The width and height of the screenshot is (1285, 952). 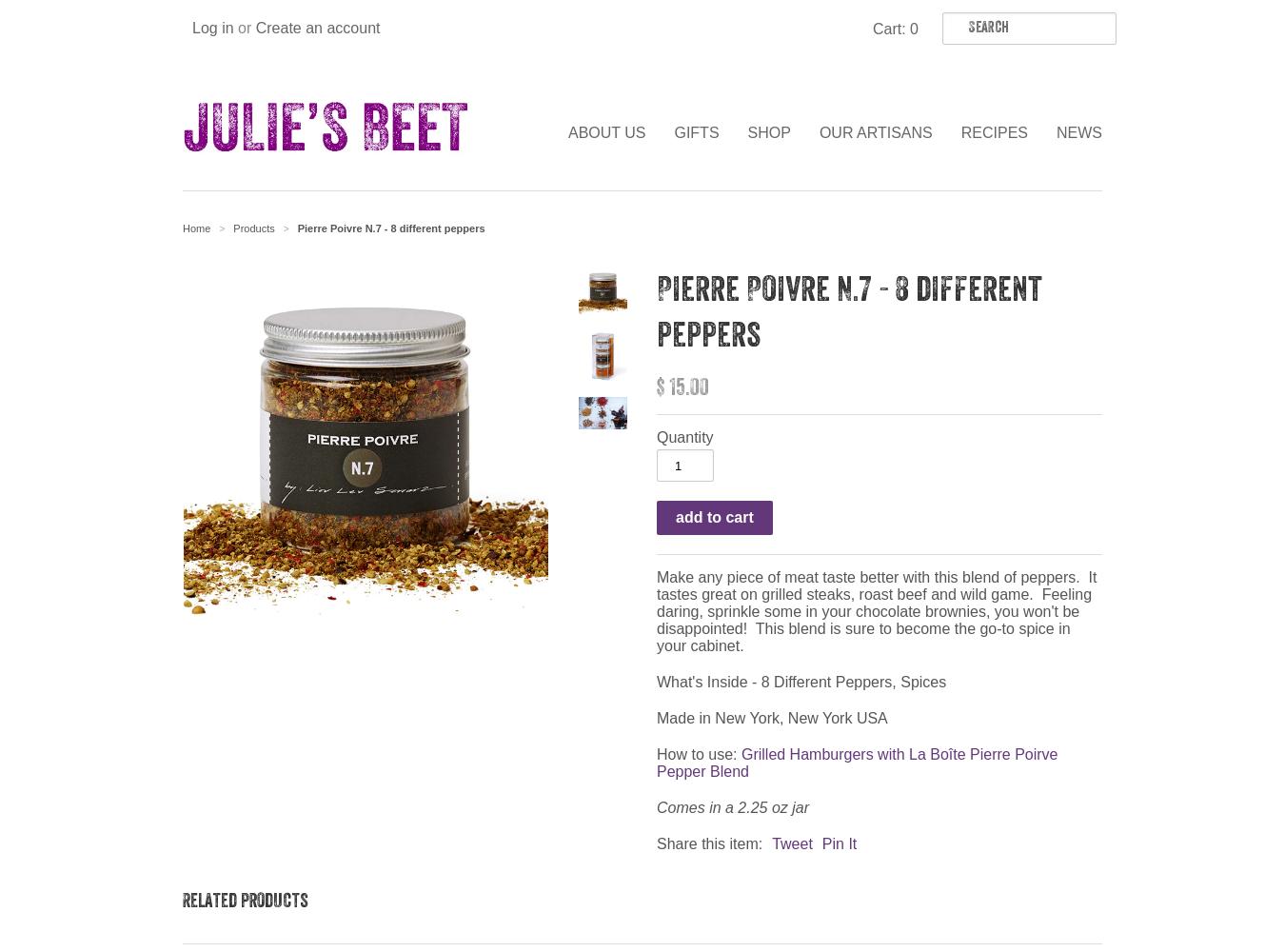 I want to click on 'Cart: 0', so click(x=894, y=29).